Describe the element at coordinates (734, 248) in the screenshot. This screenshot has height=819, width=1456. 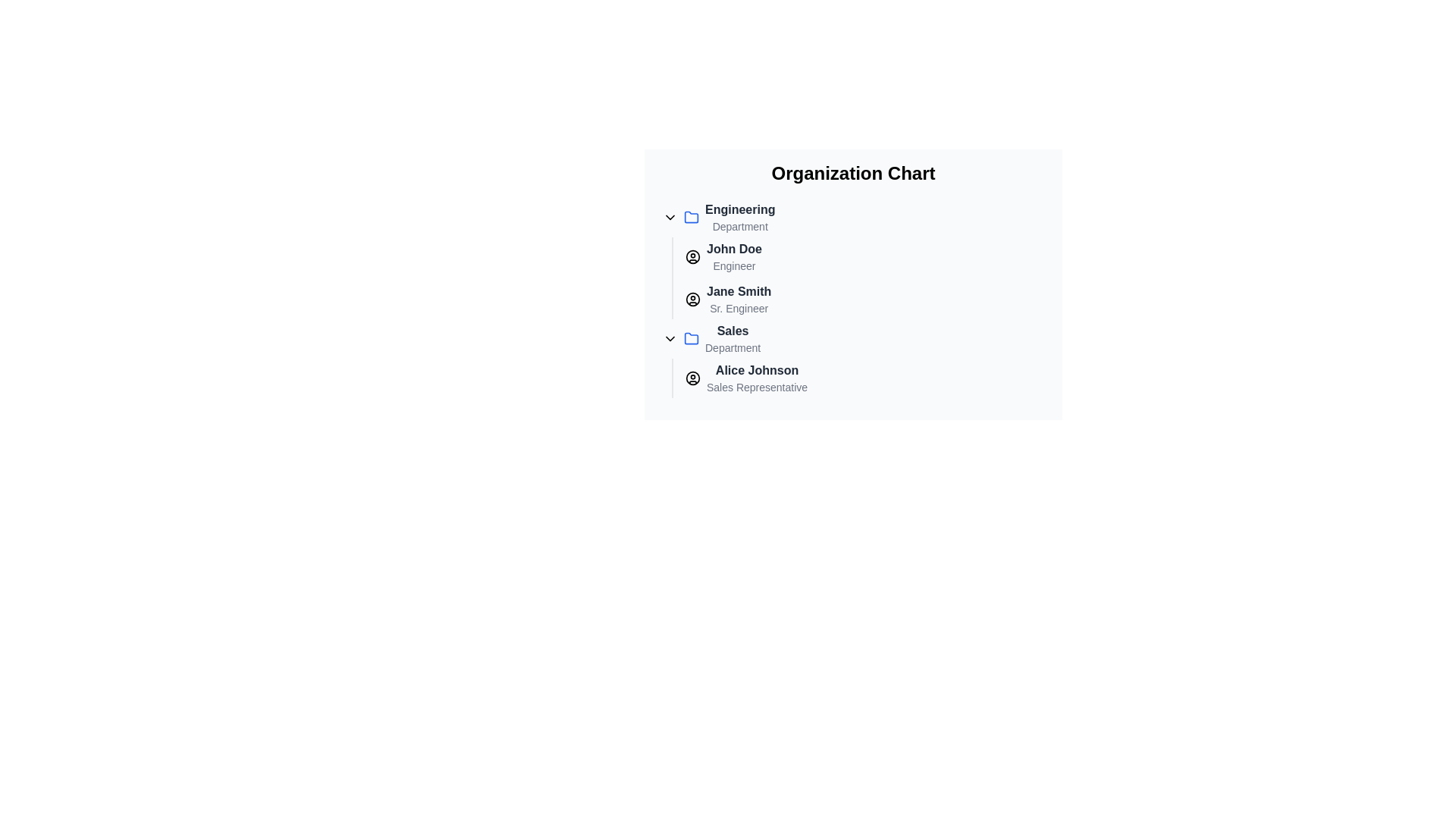
I see `text label that displays 'John Doe', which is styled in bold sans-serif font and is part of the organizational chart under the Engineering department` at that location.